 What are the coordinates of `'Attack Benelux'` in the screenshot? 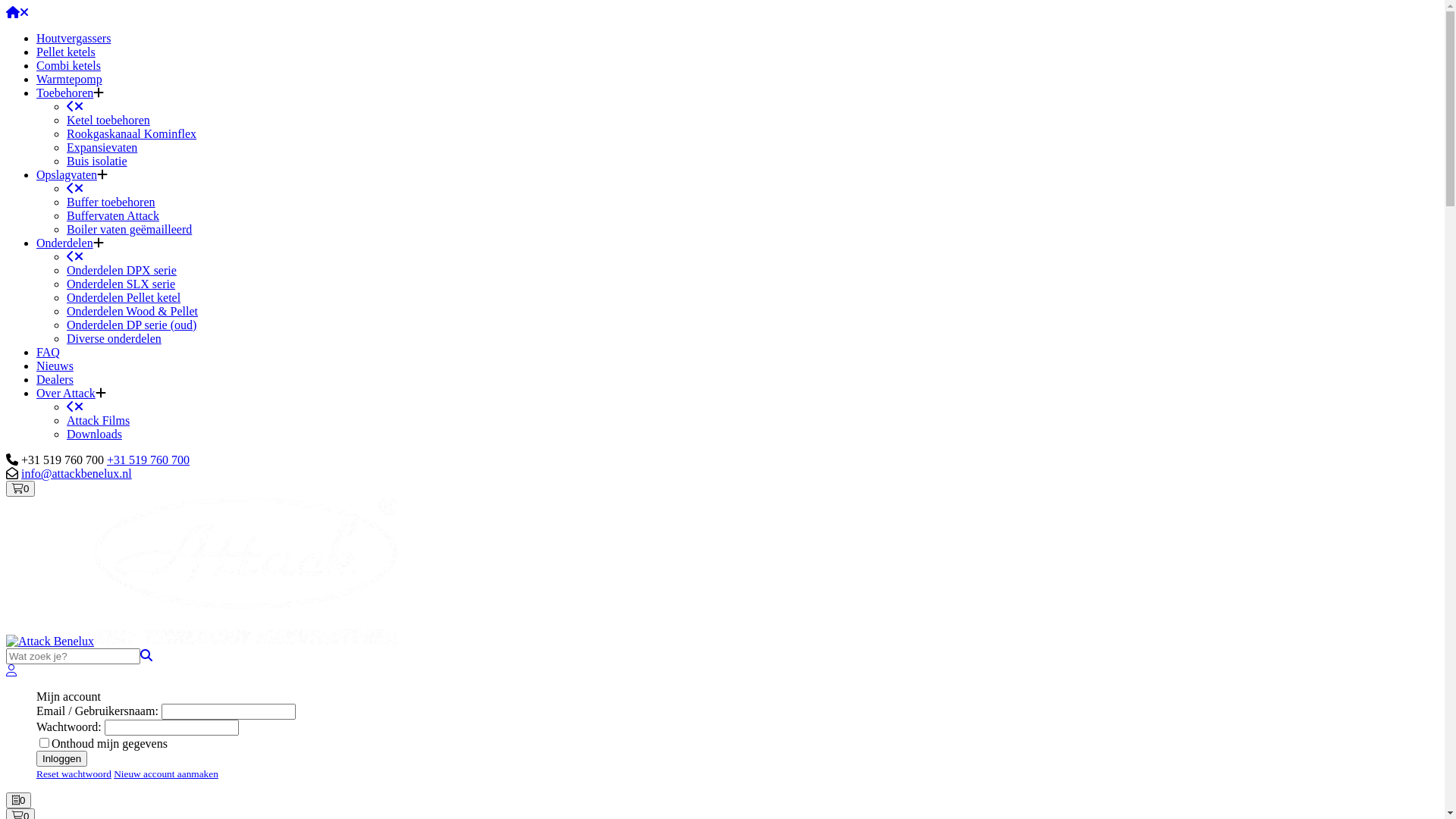 It's located at (50, 641).